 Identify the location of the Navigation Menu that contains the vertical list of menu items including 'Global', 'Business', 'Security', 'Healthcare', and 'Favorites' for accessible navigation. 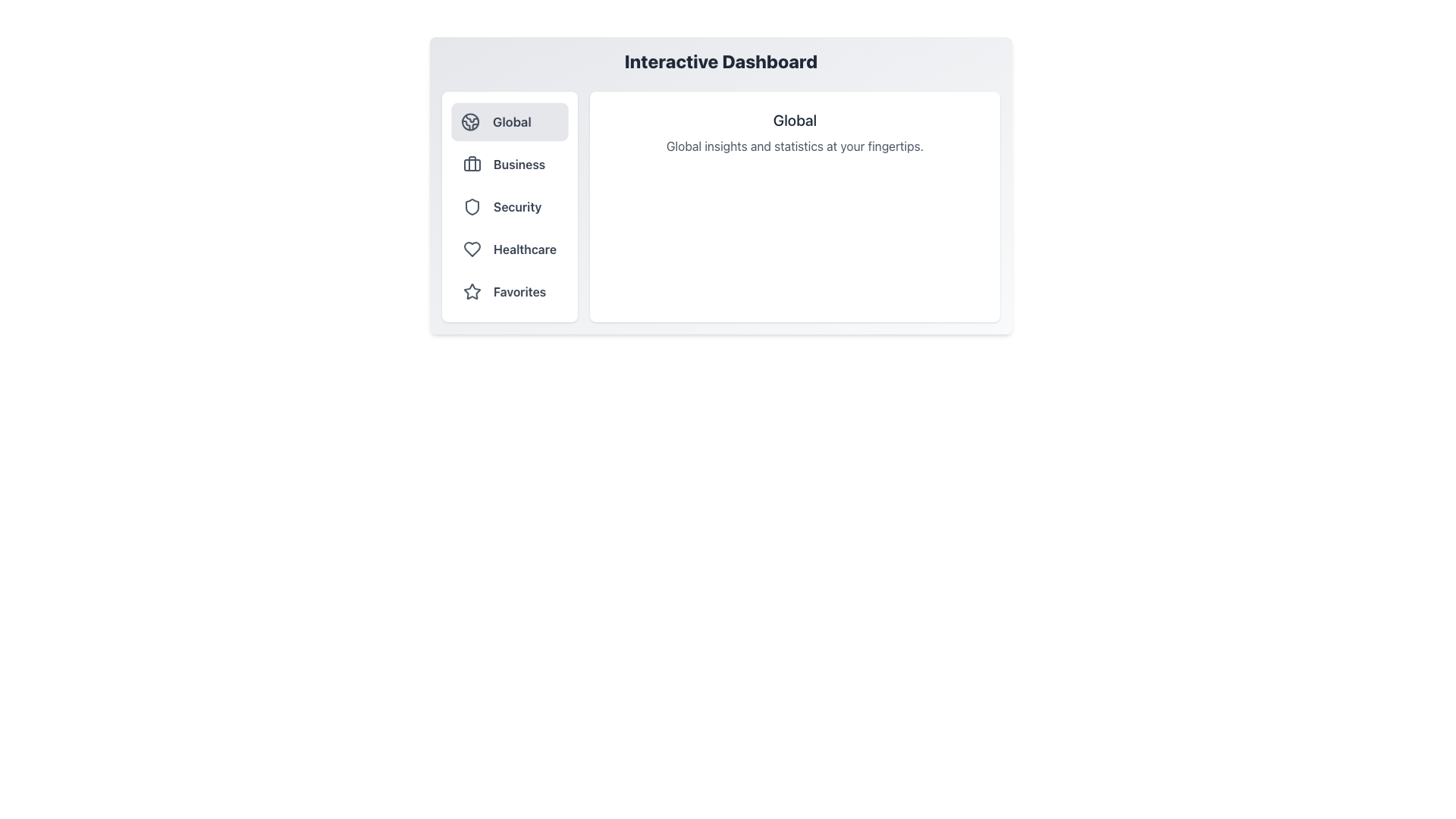
(510, 207).